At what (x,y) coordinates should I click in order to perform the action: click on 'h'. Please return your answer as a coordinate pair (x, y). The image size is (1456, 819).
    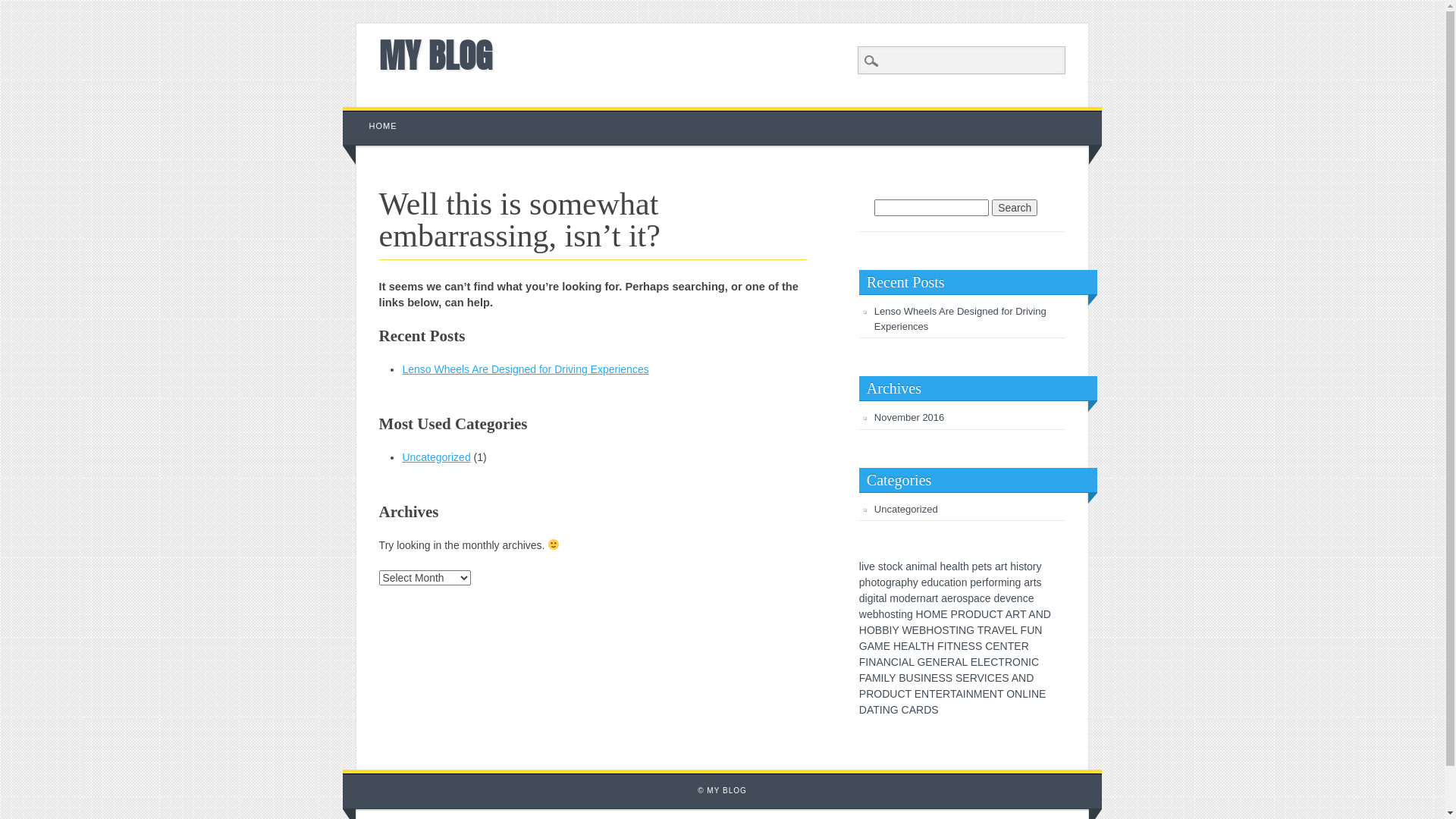
    Looking at the image, I should click on (881, 614).